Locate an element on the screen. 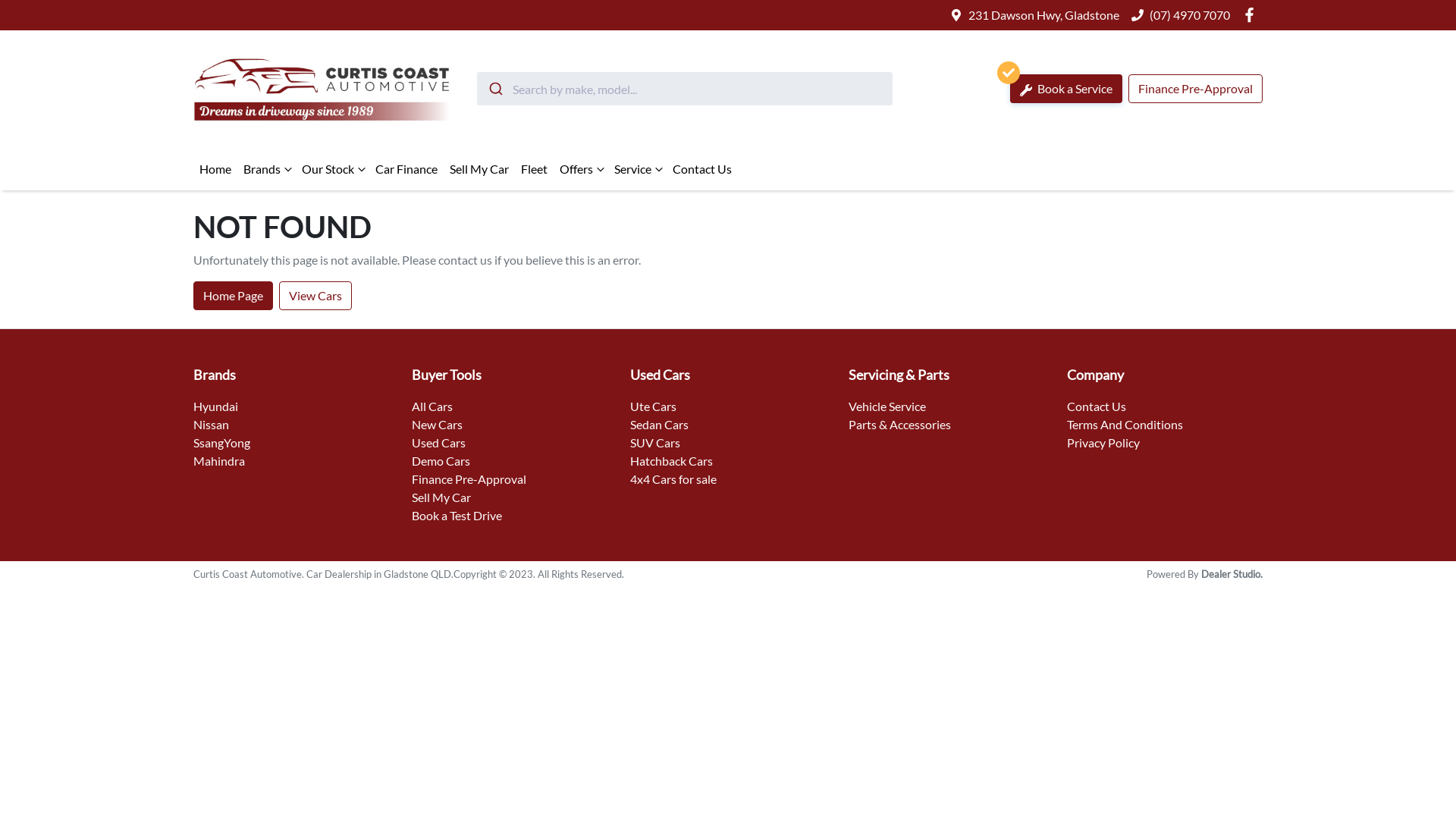 The image size is (1456, 819). 'Nissan' is located at coordinates (192, 424).